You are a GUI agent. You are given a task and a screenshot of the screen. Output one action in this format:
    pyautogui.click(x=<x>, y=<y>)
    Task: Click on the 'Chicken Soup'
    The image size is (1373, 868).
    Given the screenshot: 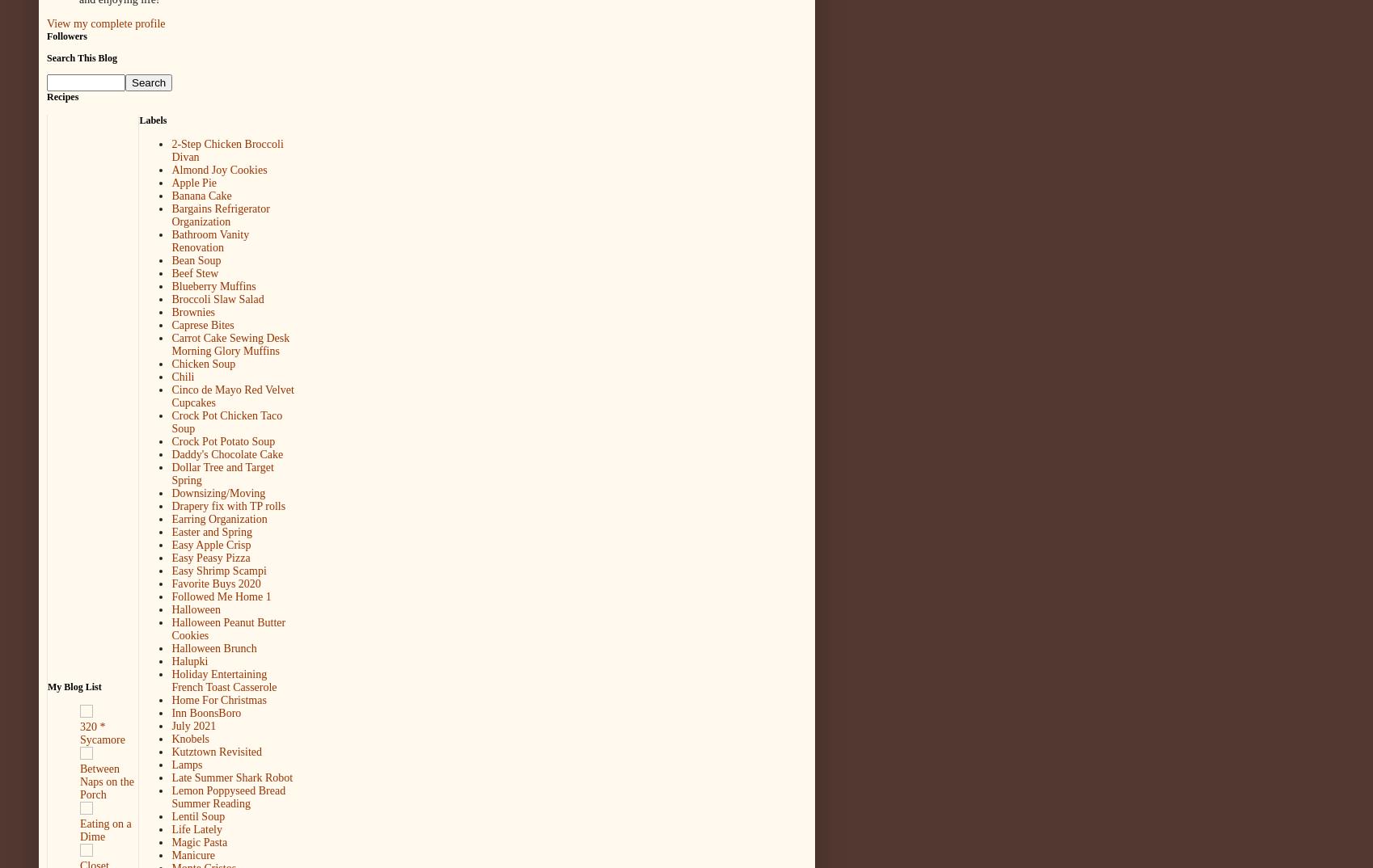 What is the action you would take?
    pyautogui.click(x=171, y=363)
    